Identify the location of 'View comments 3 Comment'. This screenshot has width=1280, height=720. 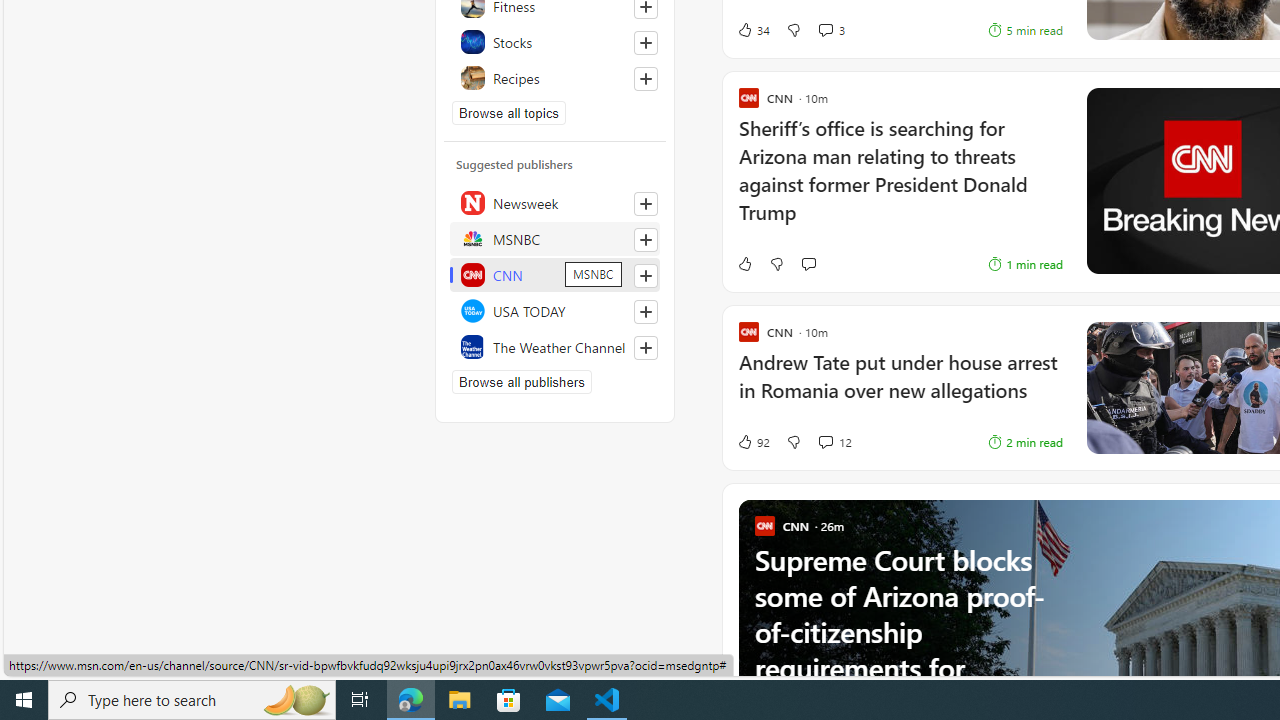
(825, 30).